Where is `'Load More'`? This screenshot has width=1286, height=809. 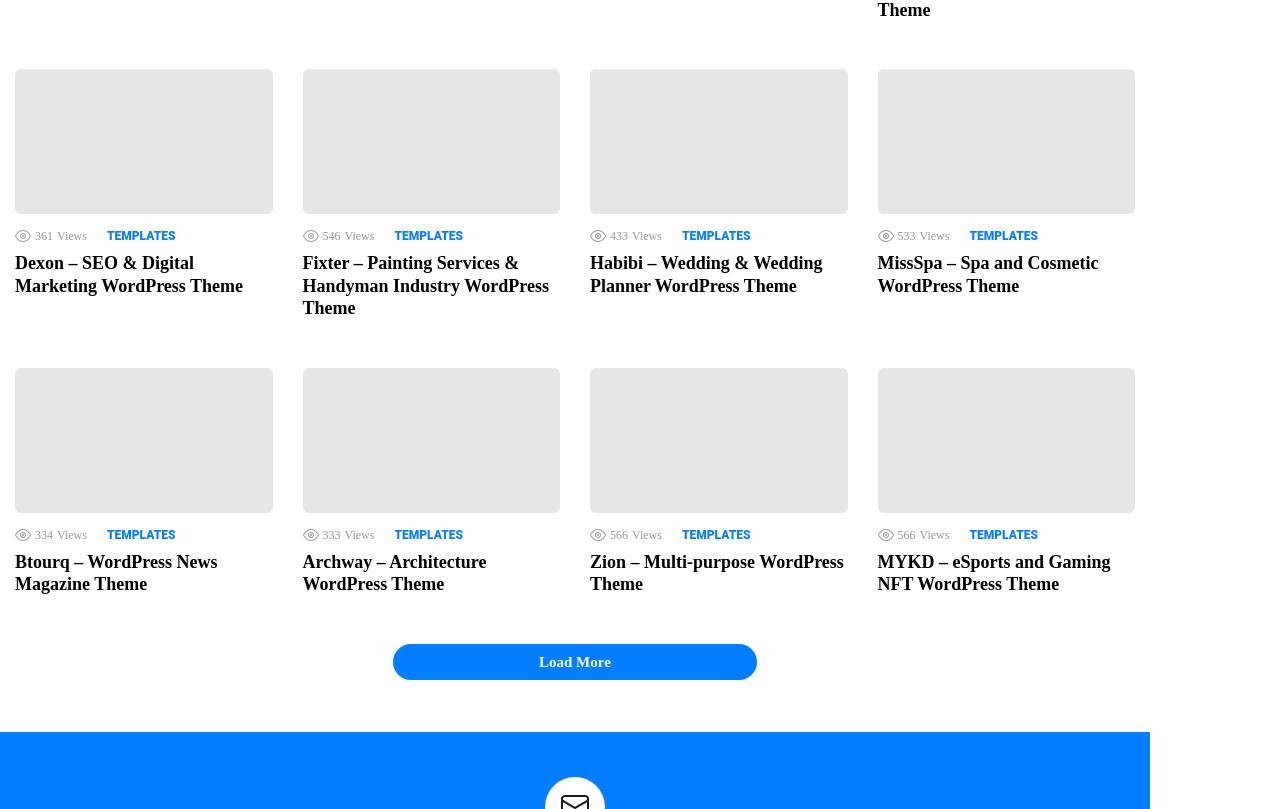
'Load More' is located at coordinates (573, 661).